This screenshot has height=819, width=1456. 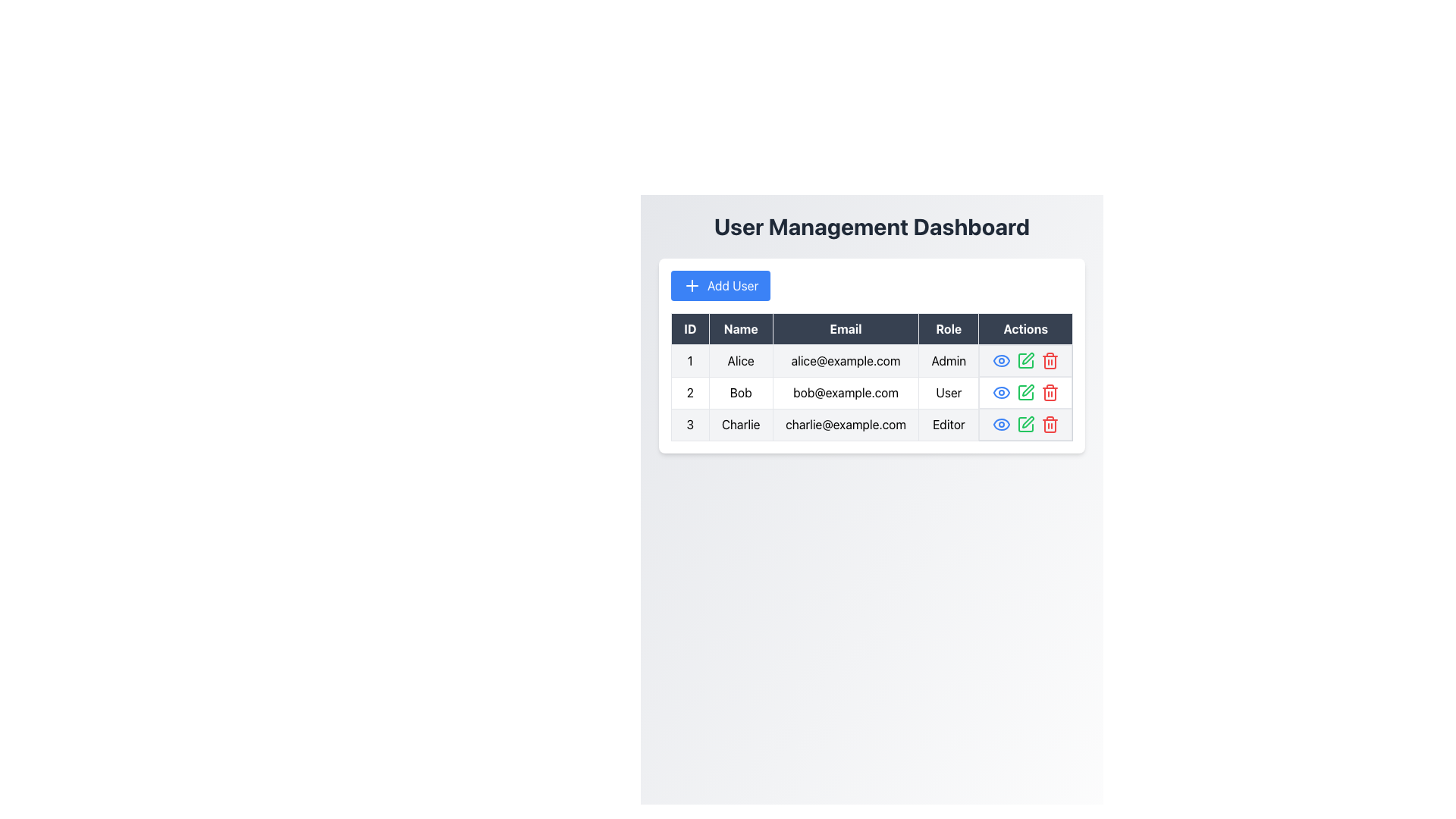 I want to click on the header label for the user roles column in the table, which is positioned between the 'Email' and 'Actions' labels, so click(x=948, y=328).